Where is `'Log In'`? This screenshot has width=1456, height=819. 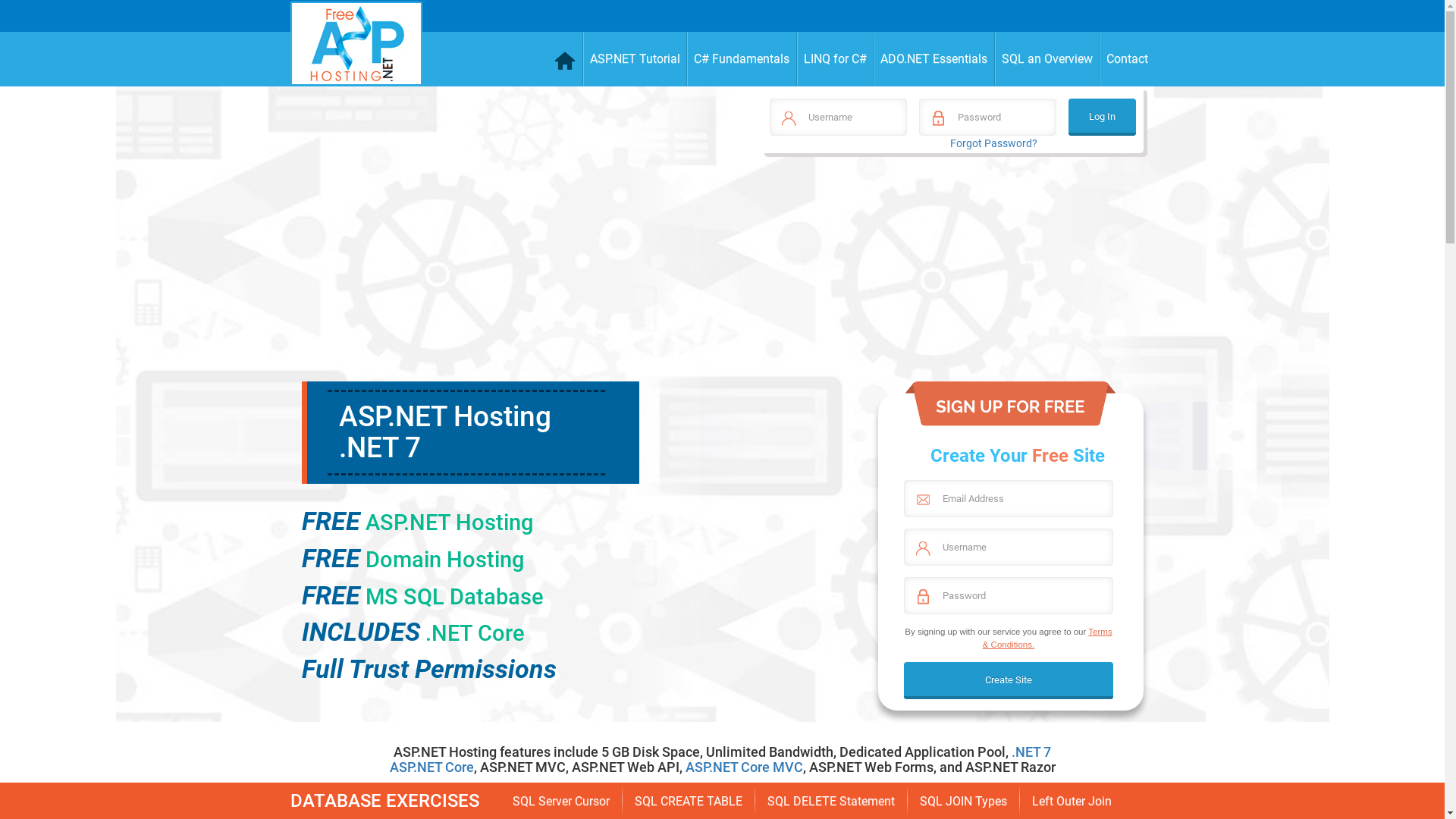
'Log In' is located at coordinates (1068, 116).